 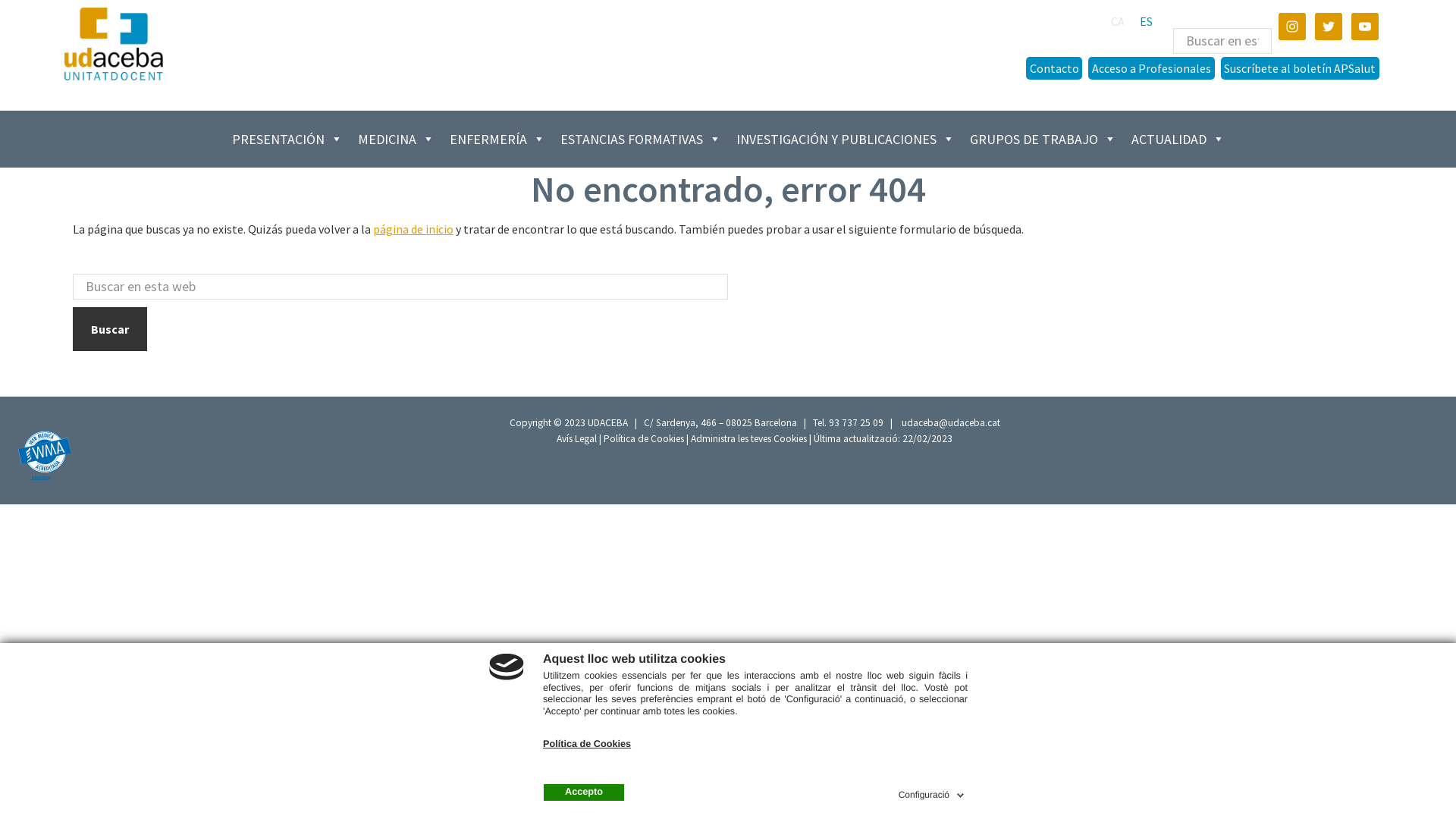 I want to click on 'Udaceba', so click(x=112, y=42).